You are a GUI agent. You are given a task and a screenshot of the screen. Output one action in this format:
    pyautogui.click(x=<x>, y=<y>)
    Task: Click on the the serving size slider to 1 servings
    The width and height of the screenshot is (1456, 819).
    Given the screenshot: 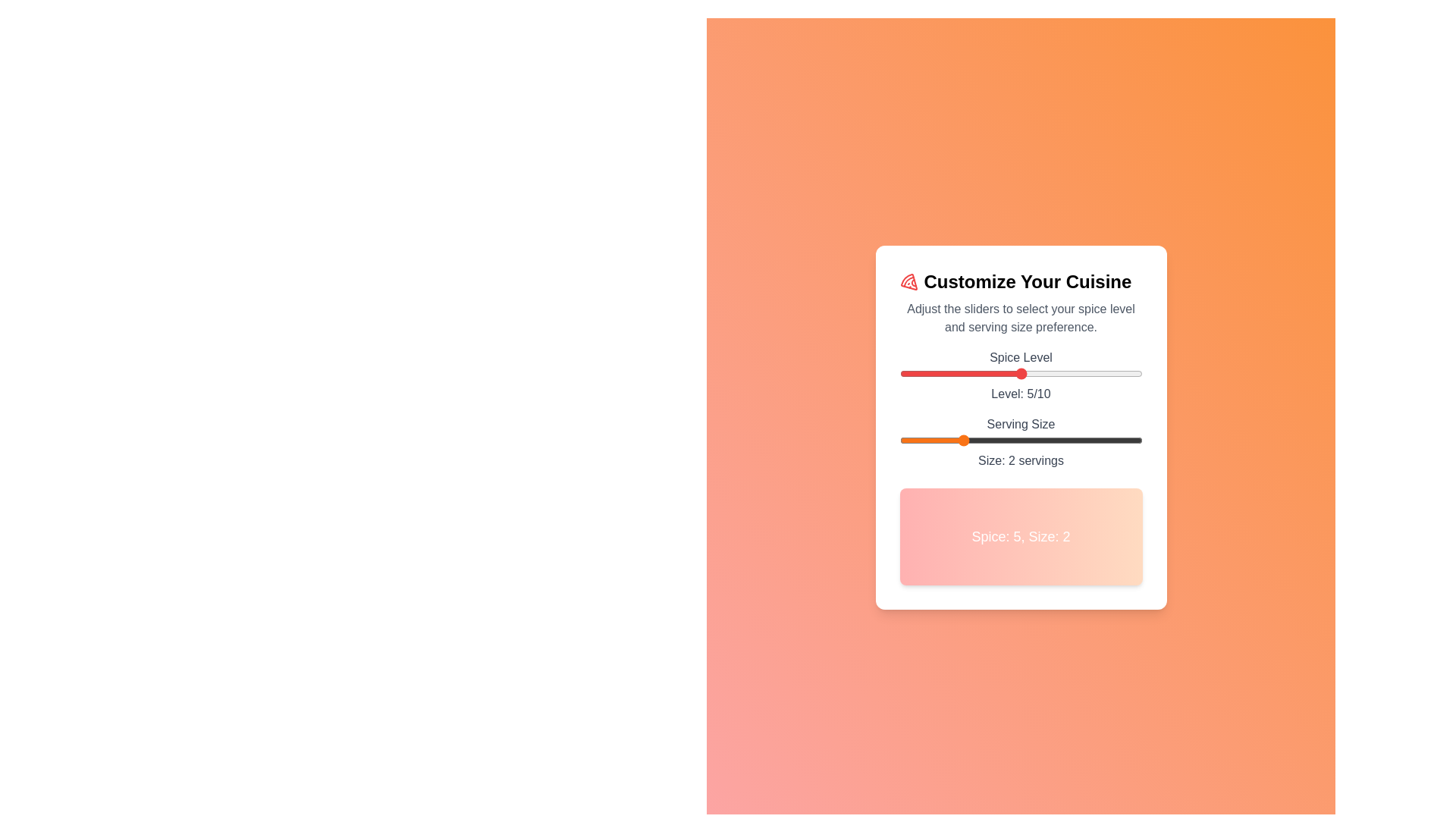 What is the action you would take?
    pyautogui.click(x=899, y=441)
    